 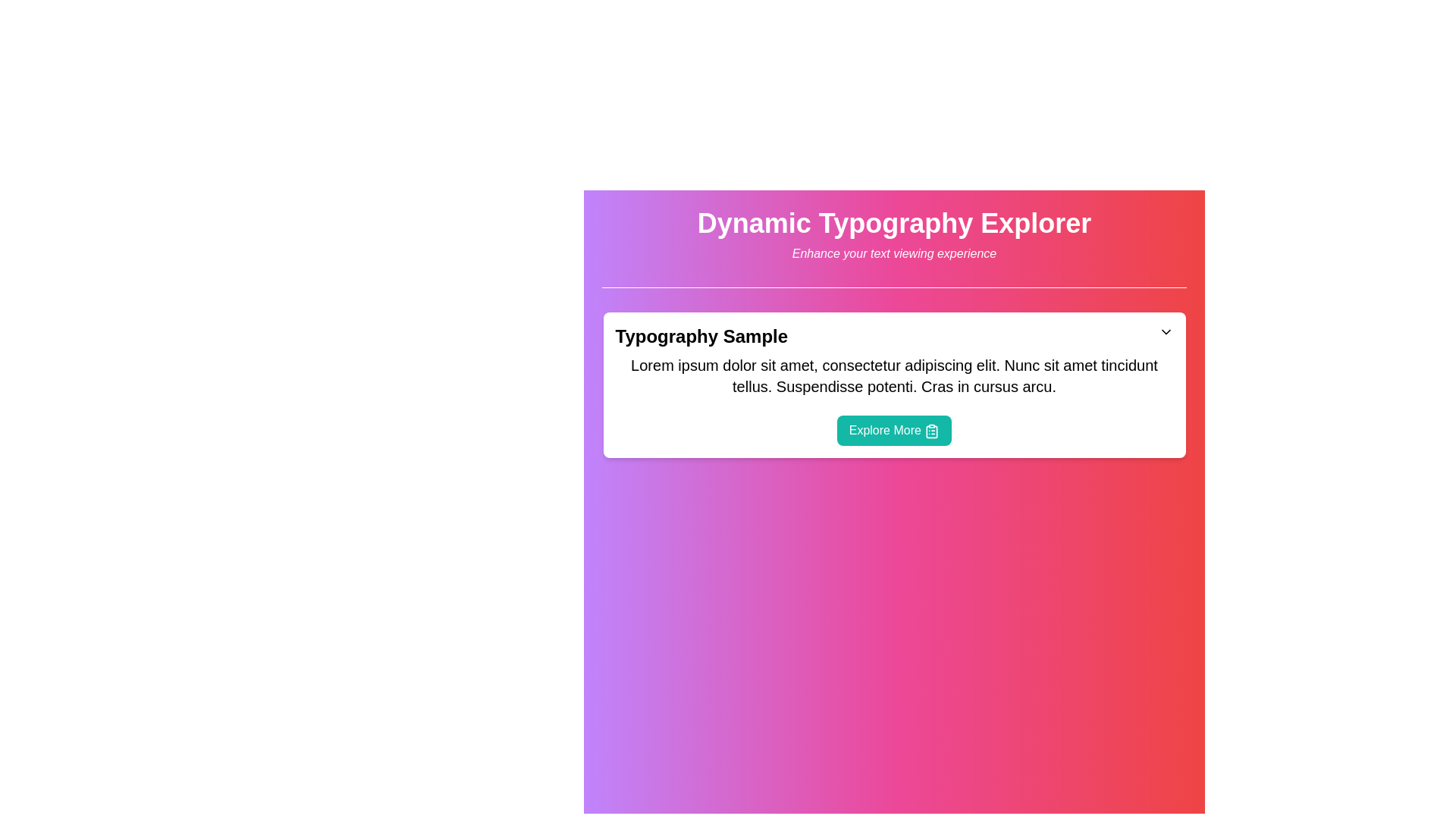 What do you see at coordinates (931, 431) in the screenshot?
I see `SVG properties of the clipboard icon located inside the 'Explore More' button, which features a minimalist design with thin strokes` at bounding box center [931, 431].